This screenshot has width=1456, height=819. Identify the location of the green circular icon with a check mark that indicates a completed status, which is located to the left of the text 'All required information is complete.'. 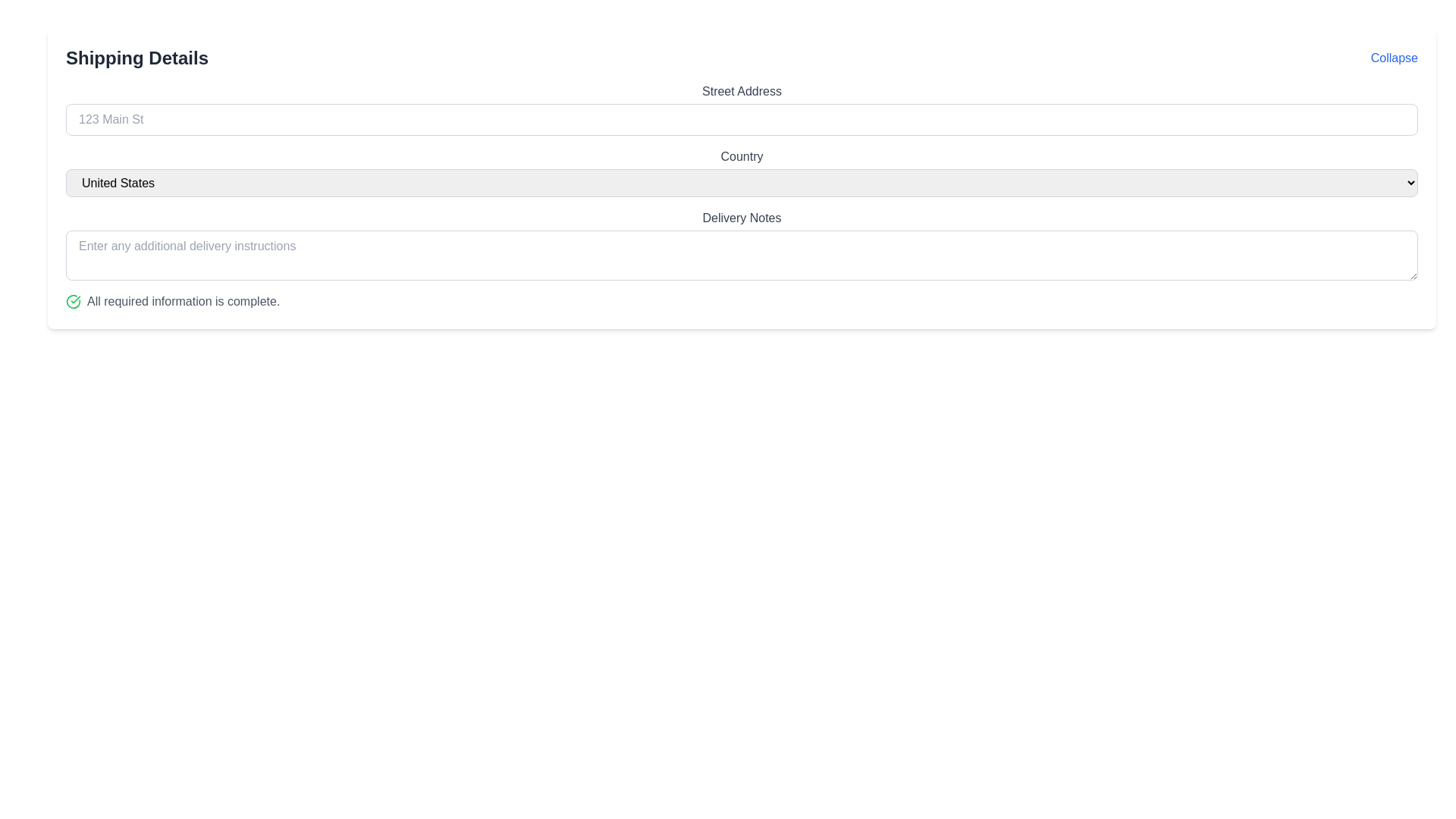
(72, 301).